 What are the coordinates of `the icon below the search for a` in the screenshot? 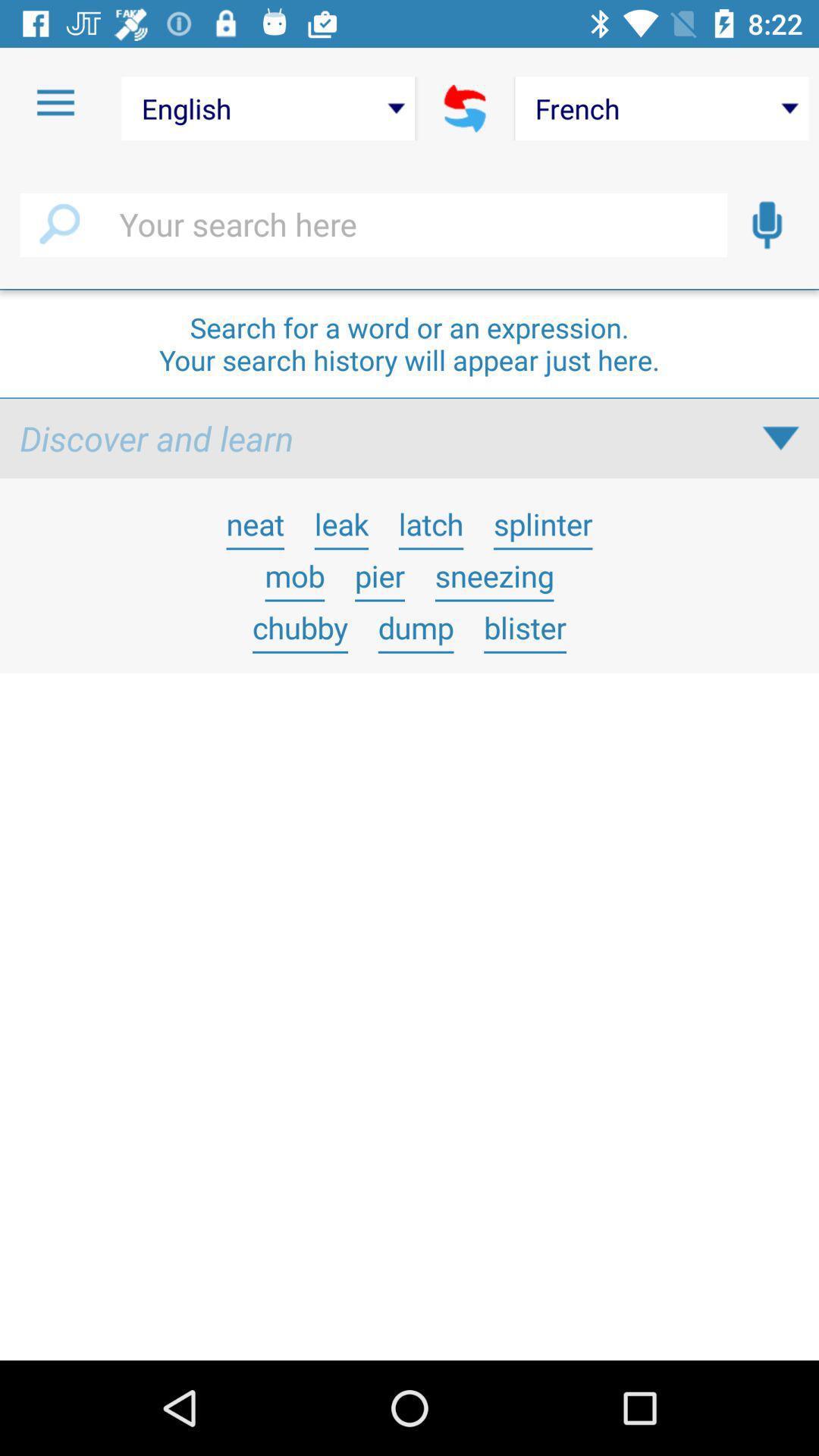 It's located at (780, 438).